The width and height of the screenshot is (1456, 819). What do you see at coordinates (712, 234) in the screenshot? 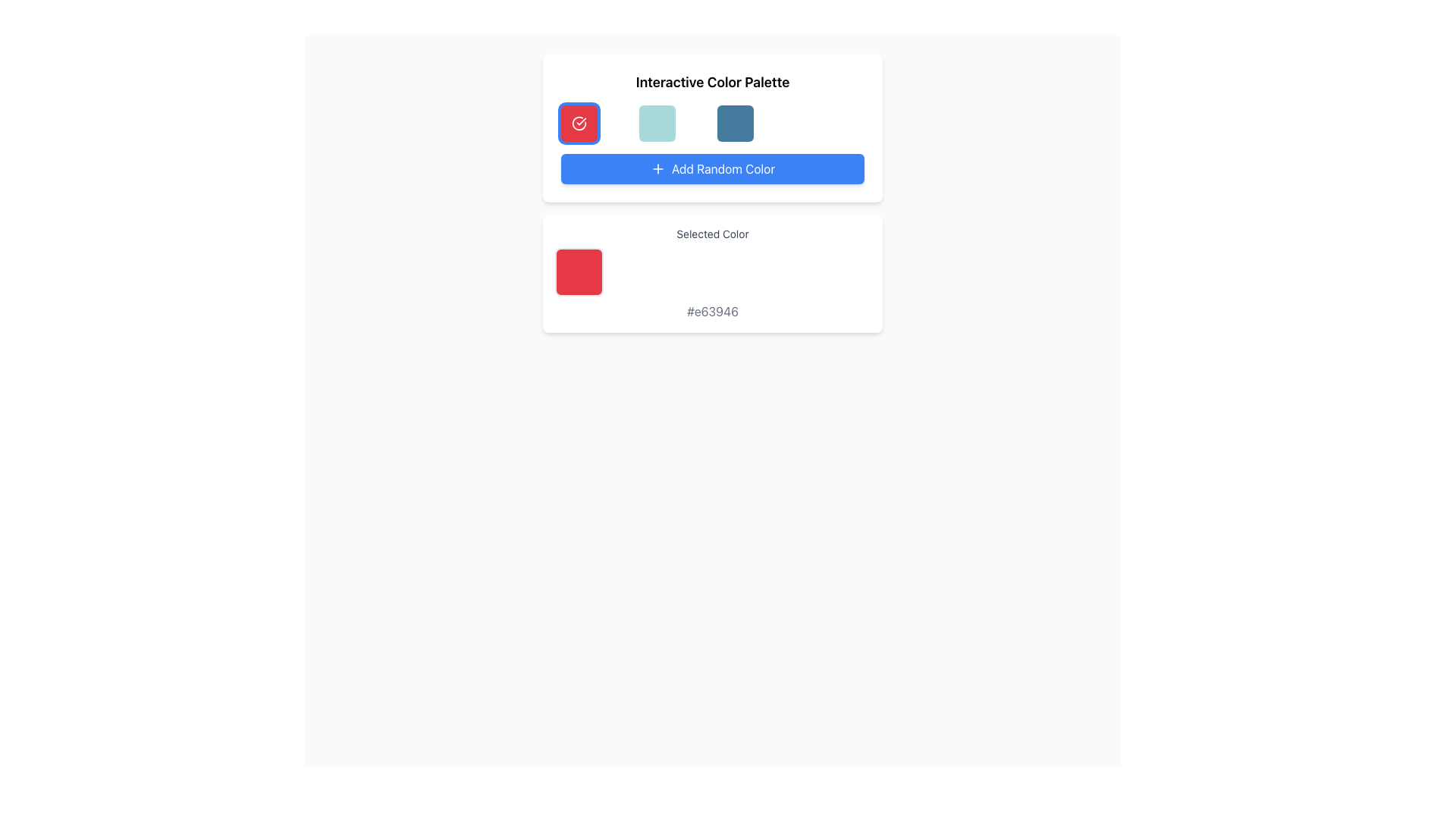
I see `the descriptive label indicating the purpose of the associated color display above the color preview box` at bounding box center [712, 234].